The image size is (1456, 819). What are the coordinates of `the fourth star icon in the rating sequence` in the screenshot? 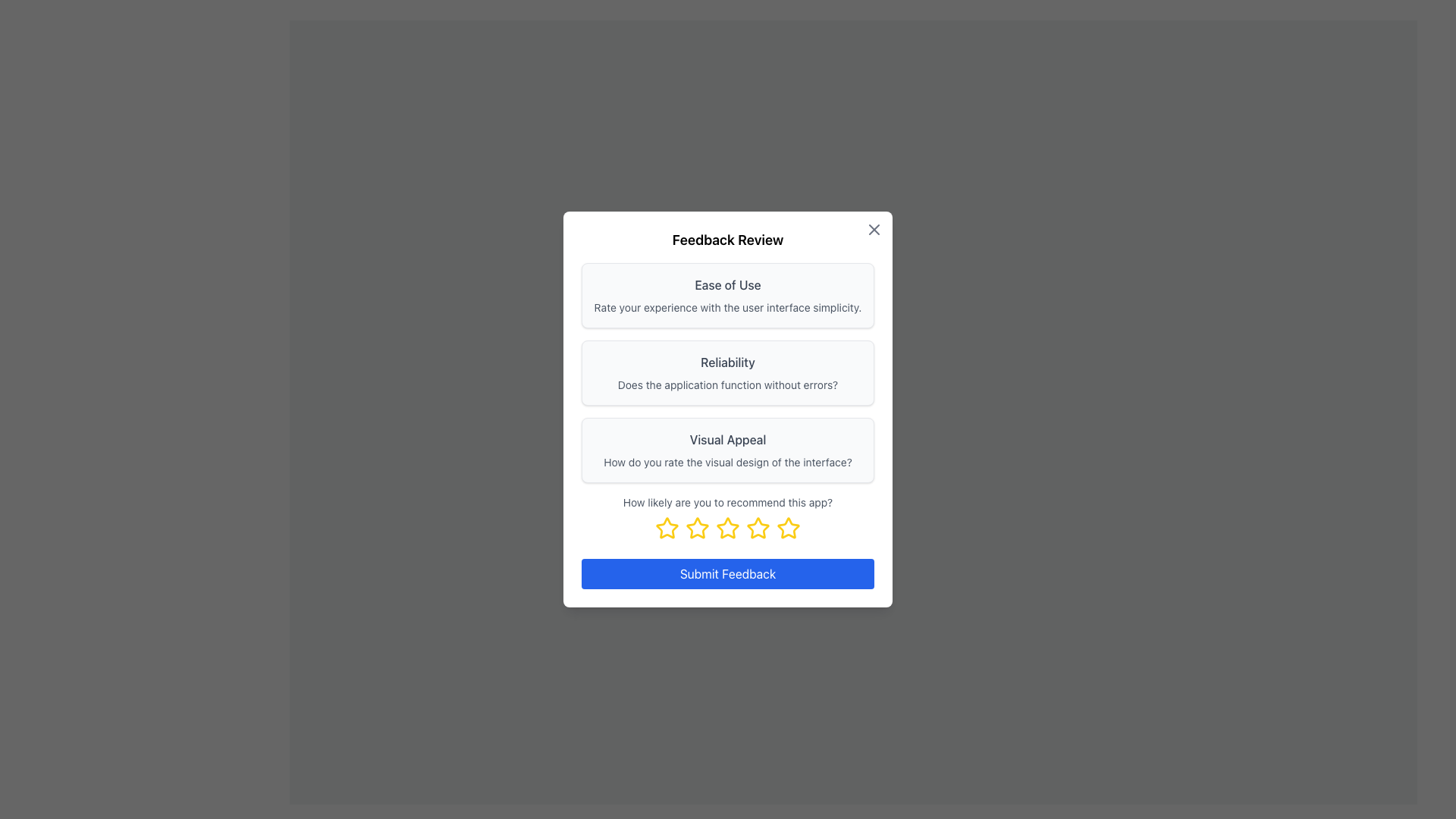 It's located at (758, 527).